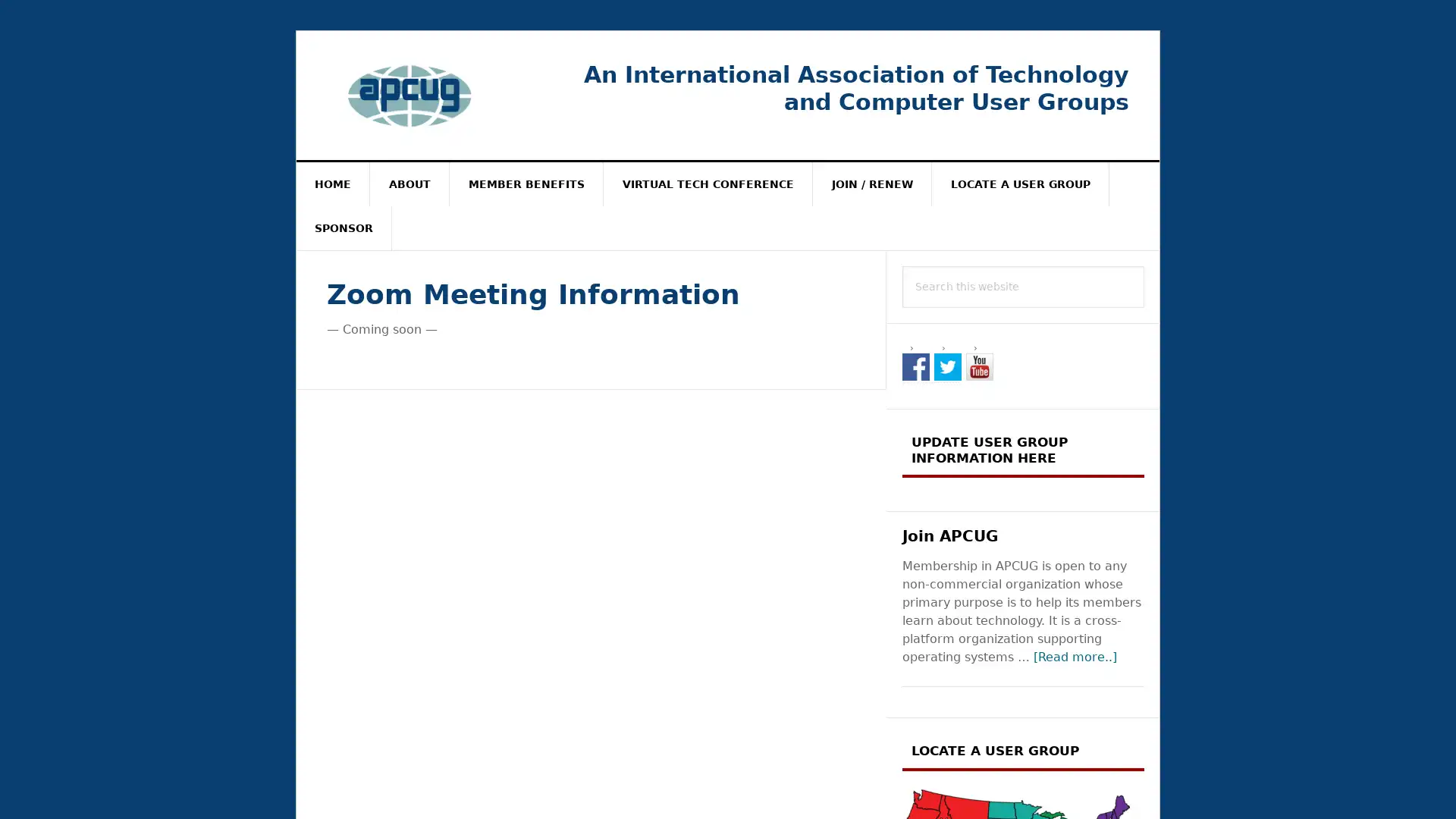 The height and width of the screenshot is (819, 1456). What do you see at coordinates (1144, 265) in the screenshot?
I see `Search` at bounding box center [1144, 265].